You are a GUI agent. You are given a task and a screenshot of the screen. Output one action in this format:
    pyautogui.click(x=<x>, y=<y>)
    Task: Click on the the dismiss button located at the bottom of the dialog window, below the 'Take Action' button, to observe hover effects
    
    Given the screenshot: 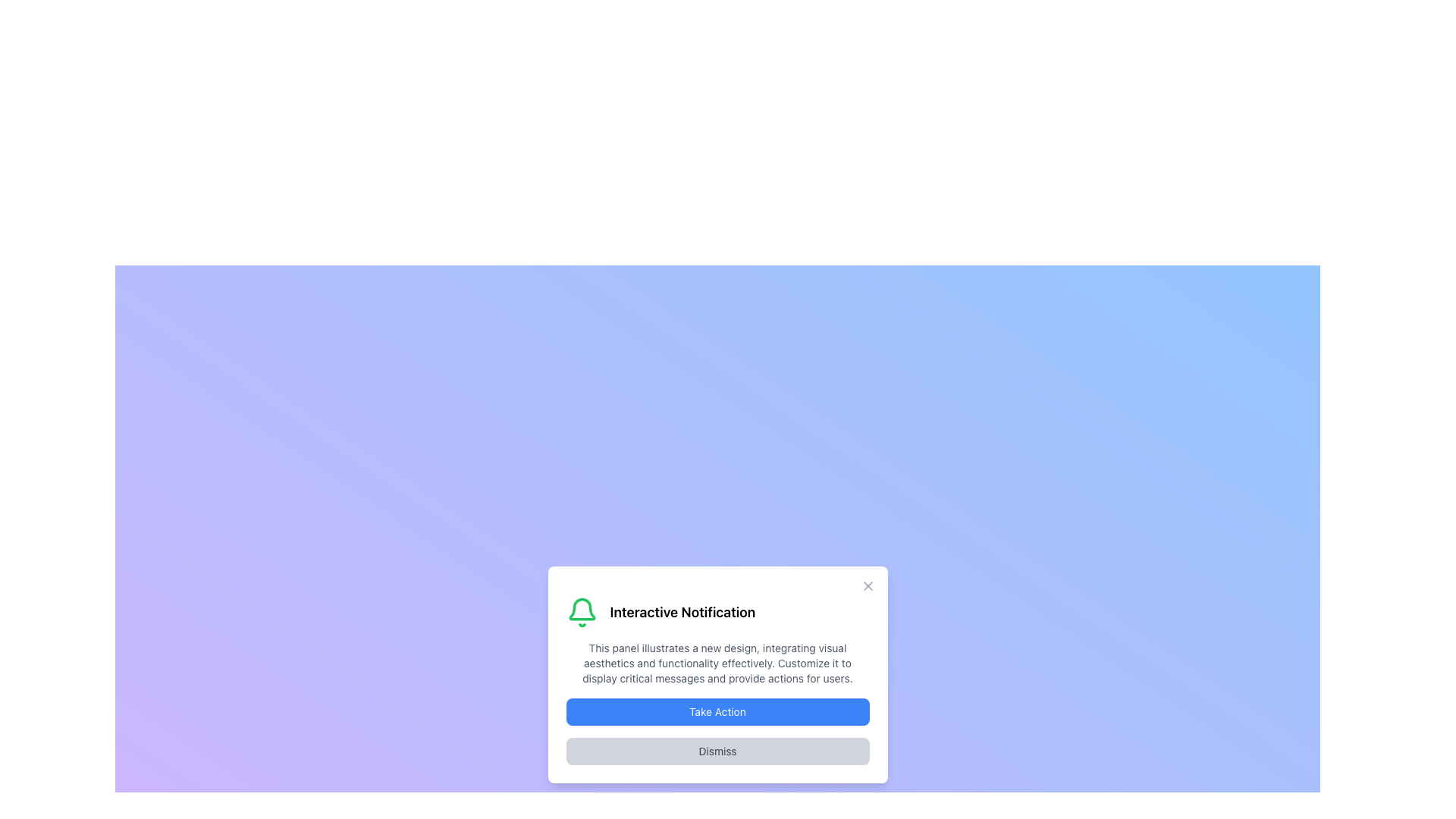 What is the action you would take?
    pyautogui.click(x=717, y=752)
    